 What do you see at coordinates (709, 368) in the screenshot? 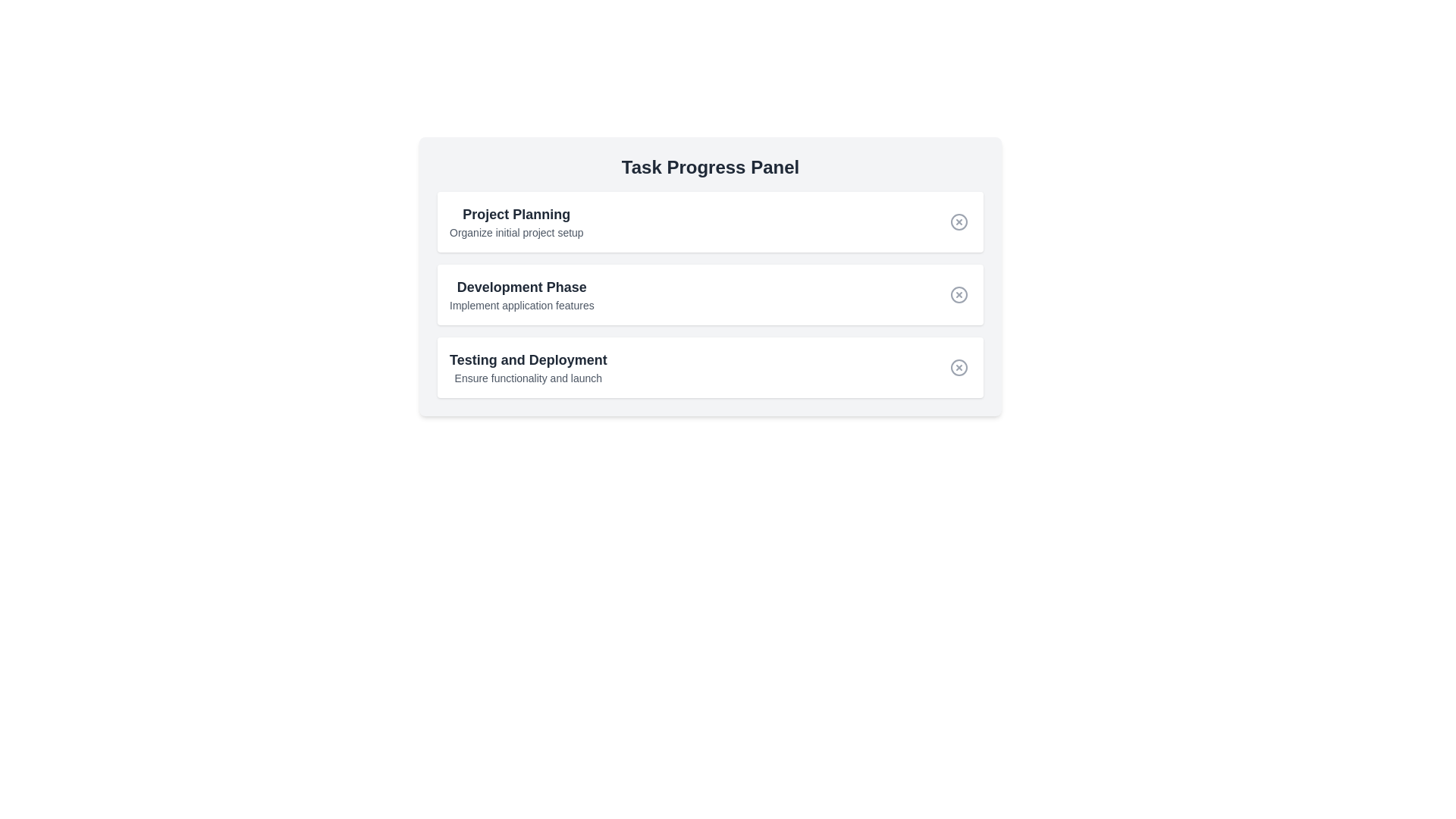
I see `descriptions of the task represented by the third item in the 'Task Progress Panel', which includes a title and a short description` at bounding box center [709, 368].